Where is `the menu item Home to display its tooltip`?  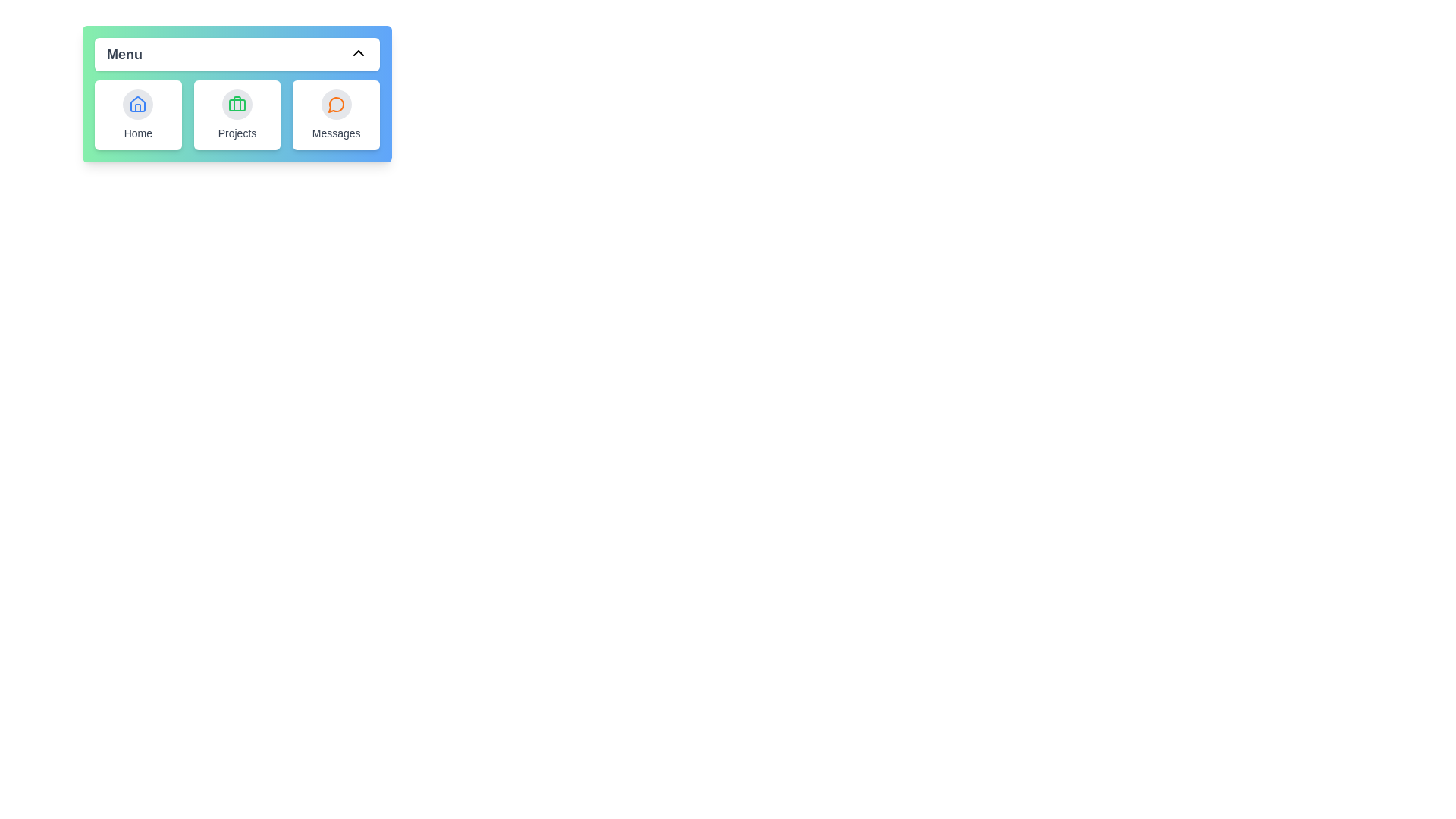
the menu item Home to display its tooltip is located at coordinates (138, 114).